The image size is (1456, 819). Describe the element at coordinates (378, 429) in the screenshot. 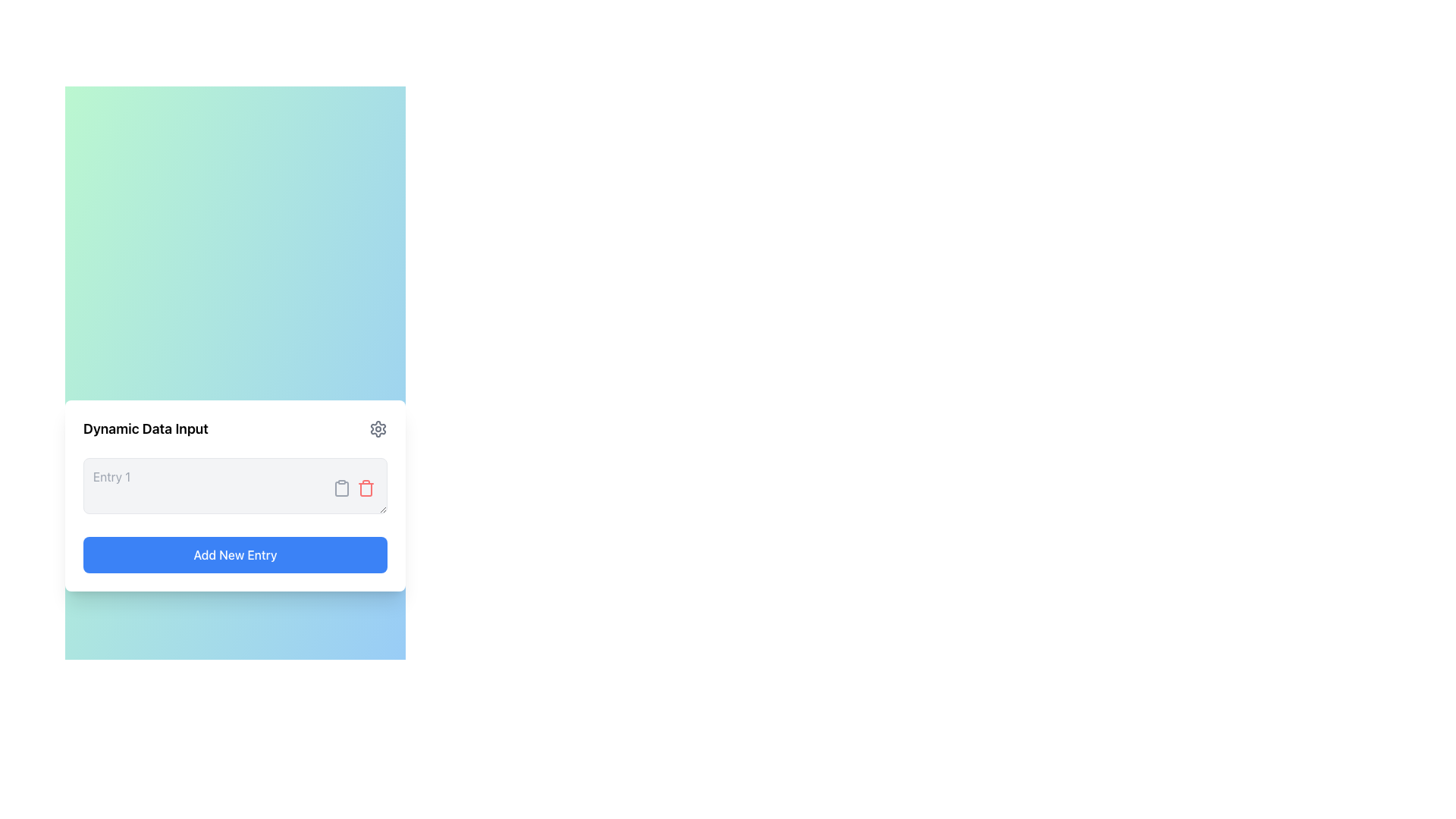

I see `the gear/settings icon located in the header section of the panel, aligned to the far right next to the 'Dynamic Data Input' title` at that location.